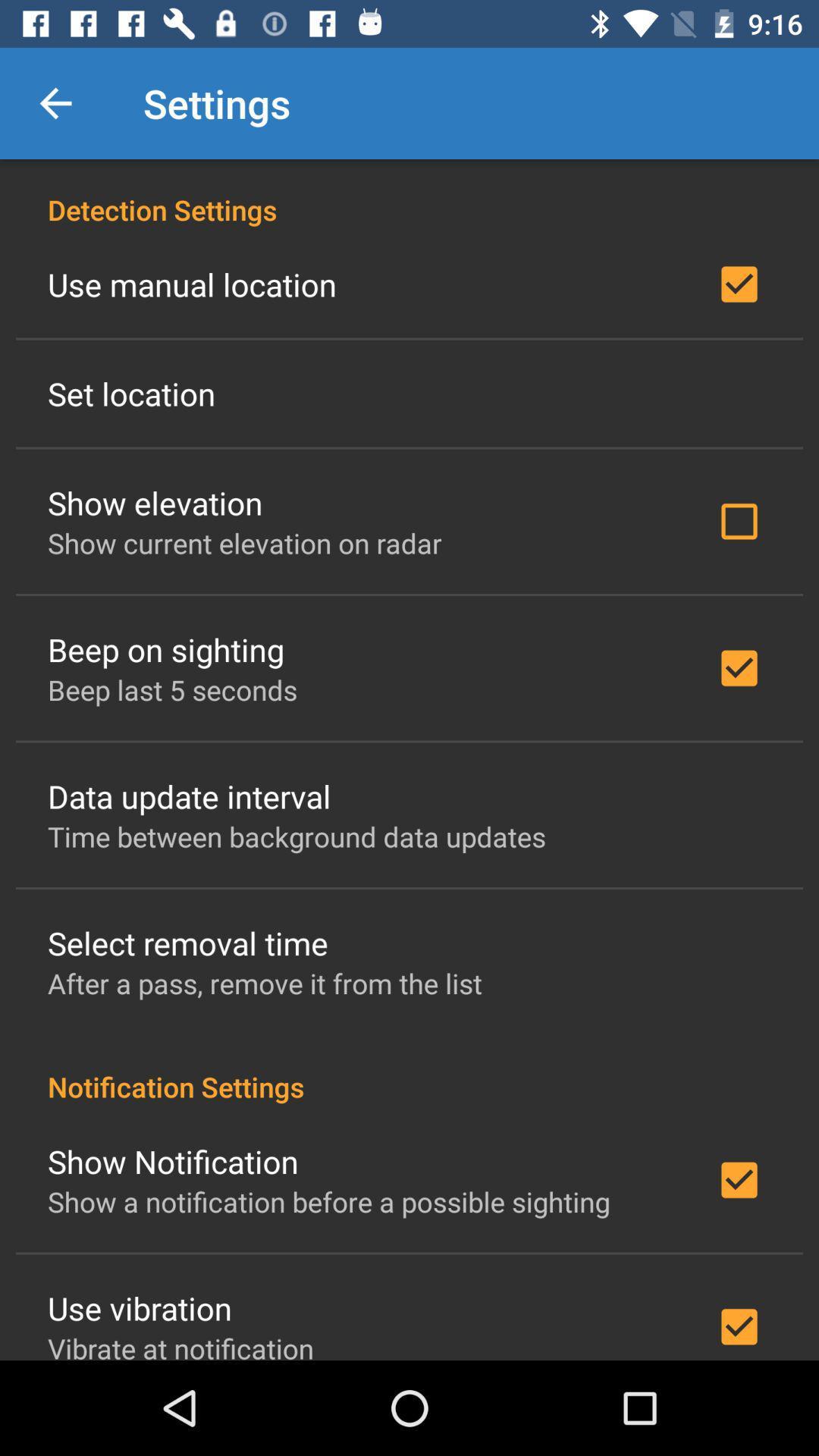 The height and width of the screenshot is (1456, 819). I want to click on beep on sighting, so click(166, 649).